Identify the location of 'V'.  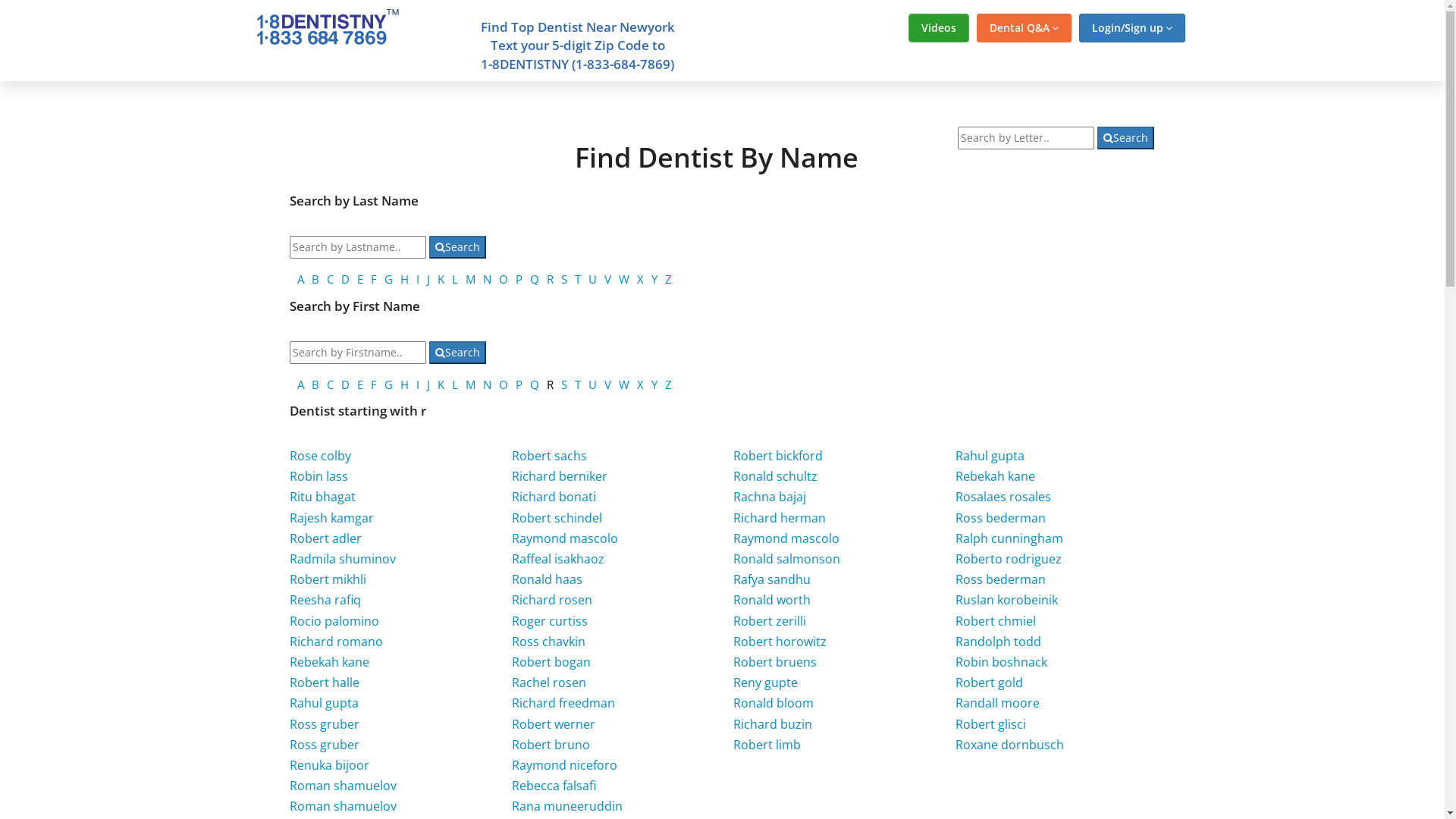
(607, 278).